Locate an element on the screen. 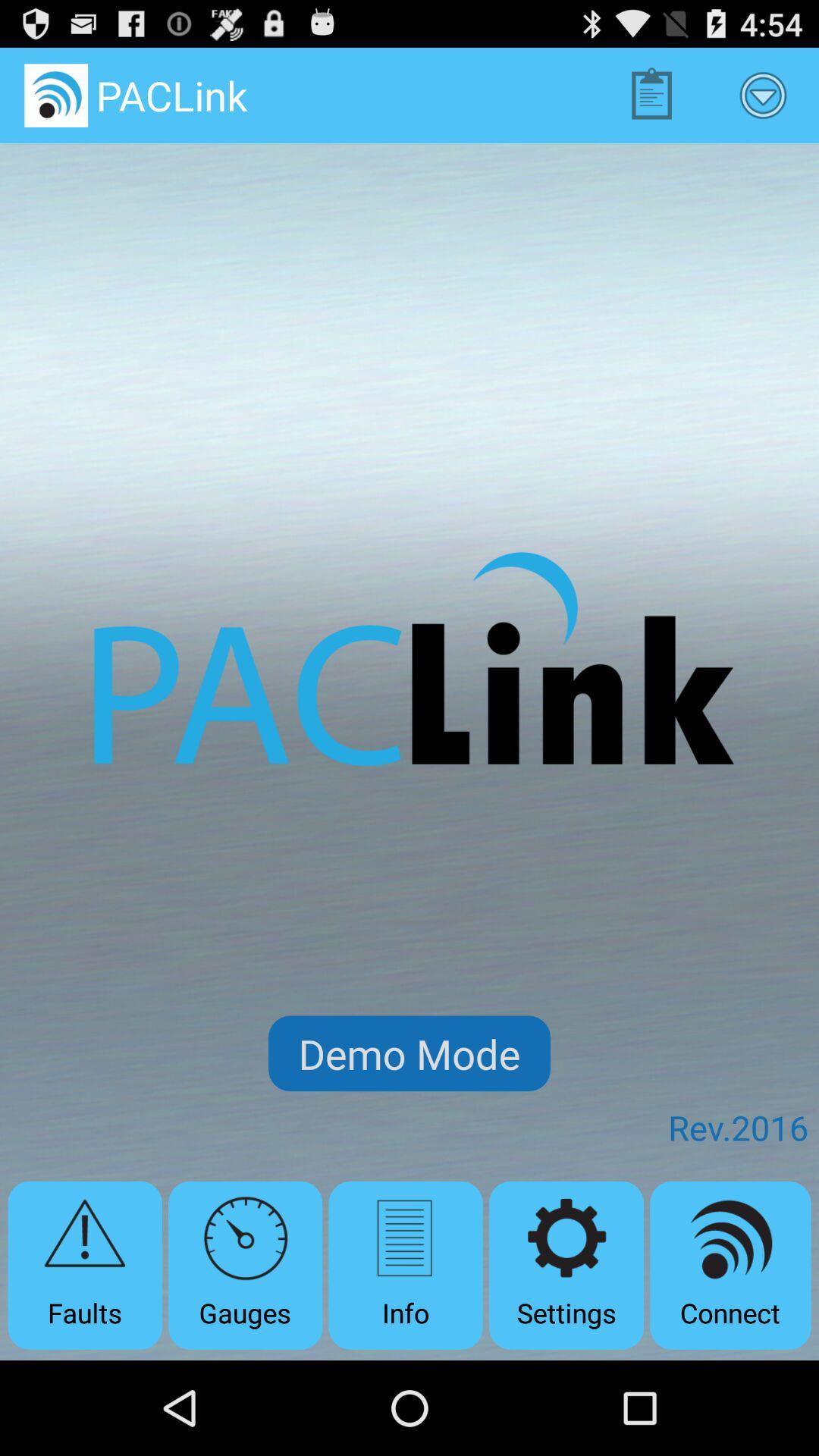  the settings icon is located at coordinates (566, 1265).